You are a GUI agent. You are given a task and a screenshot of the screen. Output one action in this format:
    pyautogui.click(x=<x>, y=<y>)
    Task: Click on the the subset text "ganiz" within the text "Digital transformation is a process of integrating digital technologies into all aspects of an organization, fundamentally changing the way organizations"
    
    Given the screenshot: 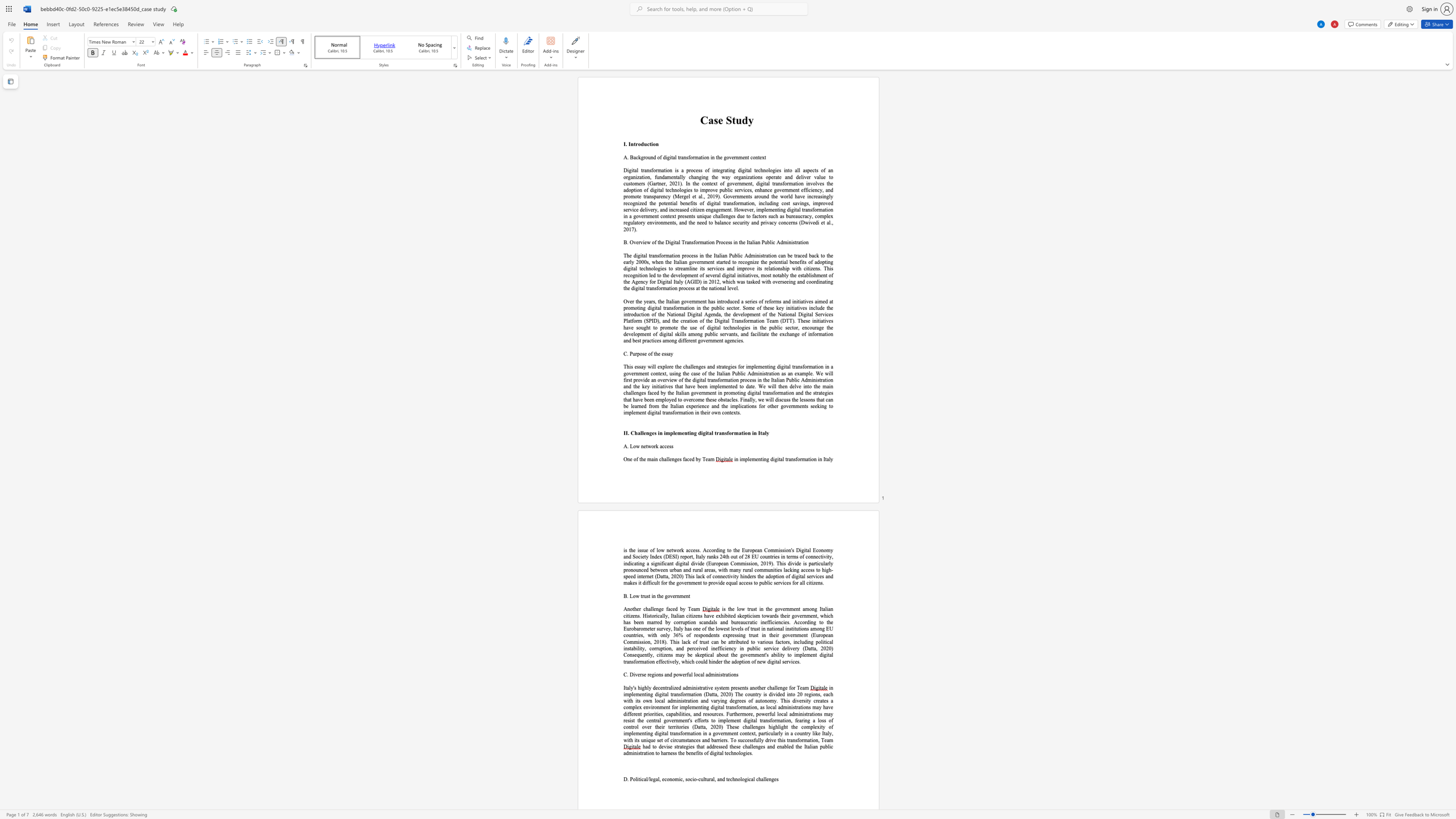 What is the action you would take?
    pyautogui.click(x=628, y=177)
    